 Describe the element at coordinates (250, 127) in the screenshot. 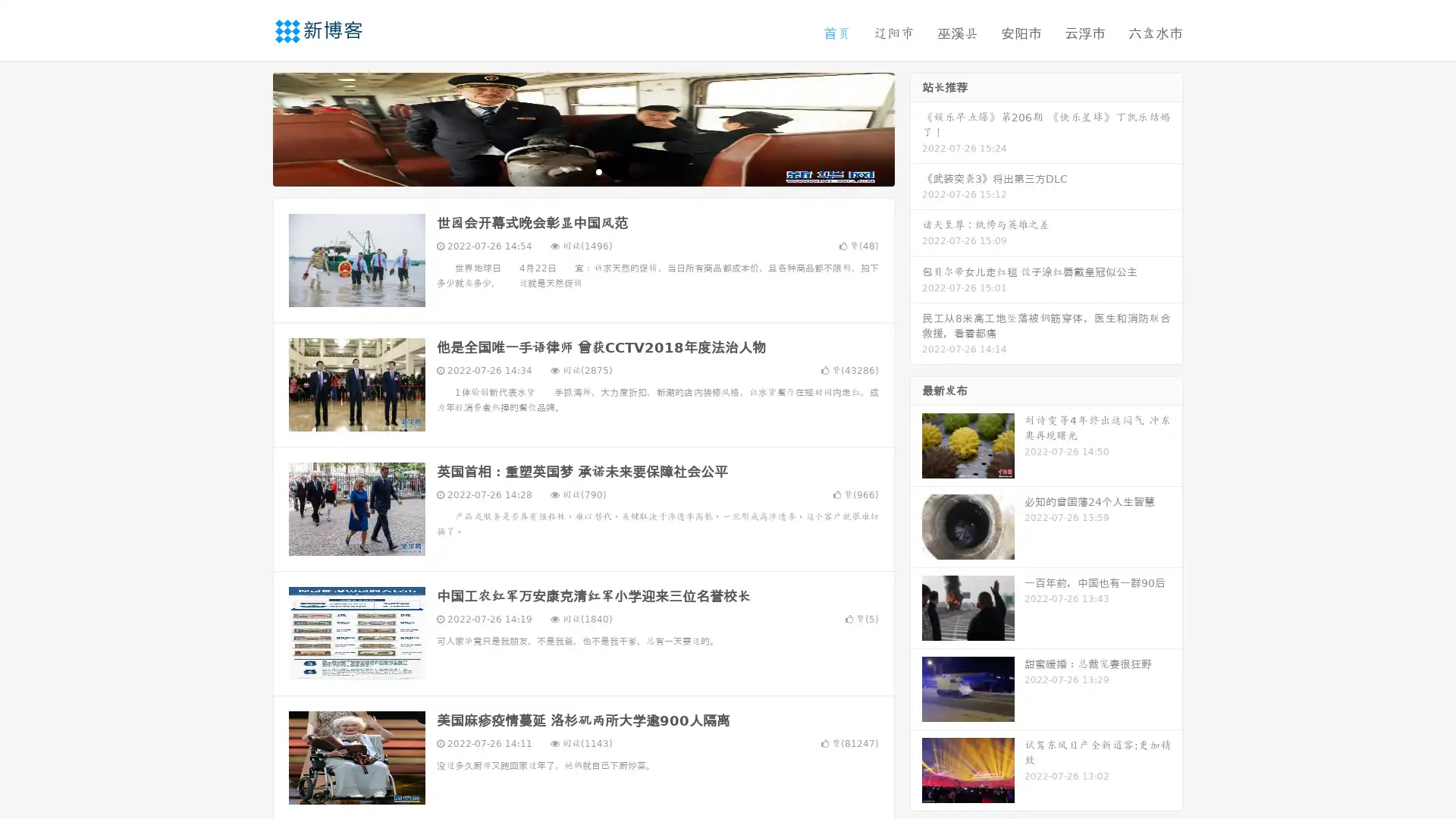

I see `Previous slide` at that location.